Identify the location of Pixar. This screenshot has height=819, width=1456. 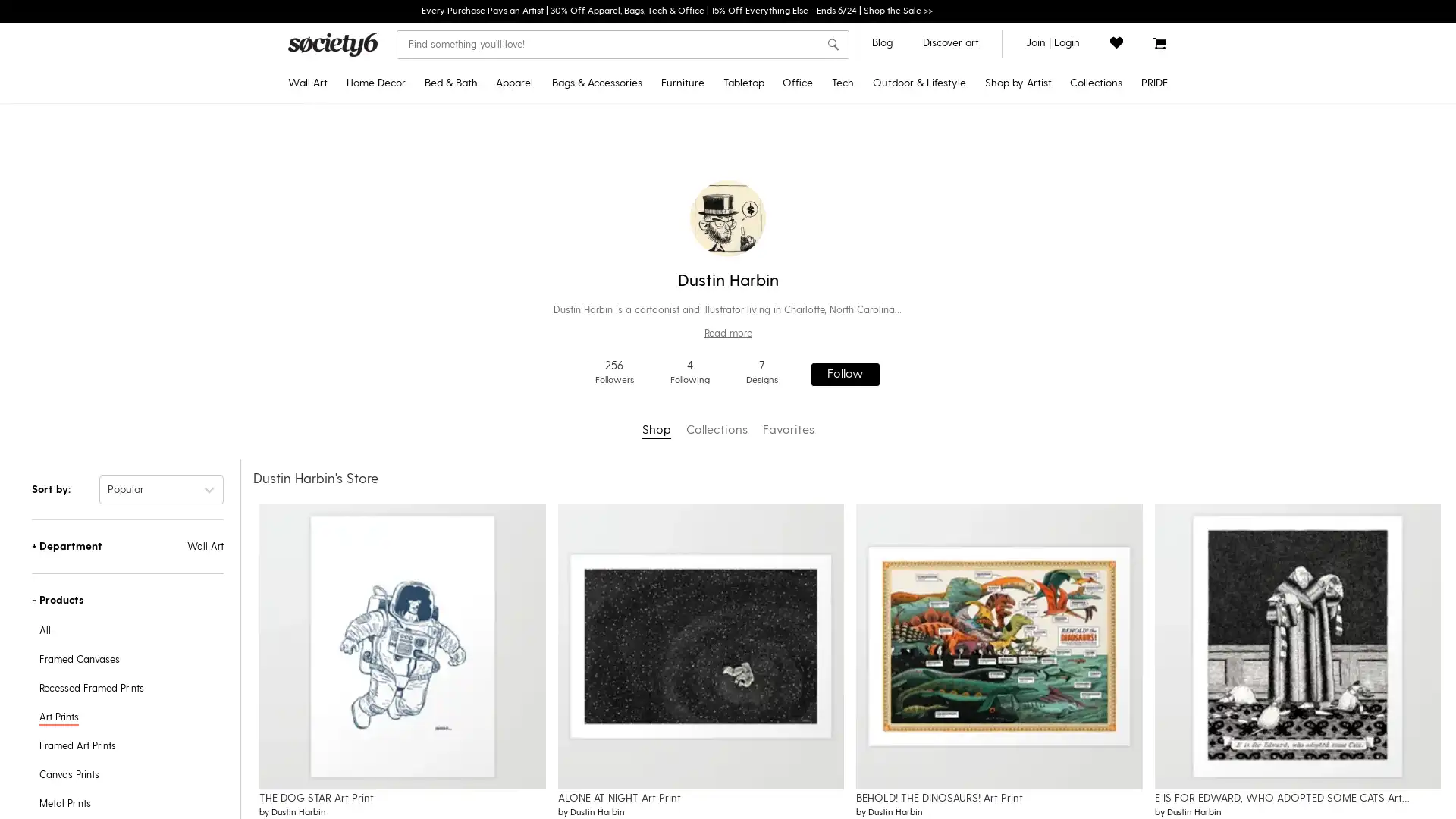
(977, 170).